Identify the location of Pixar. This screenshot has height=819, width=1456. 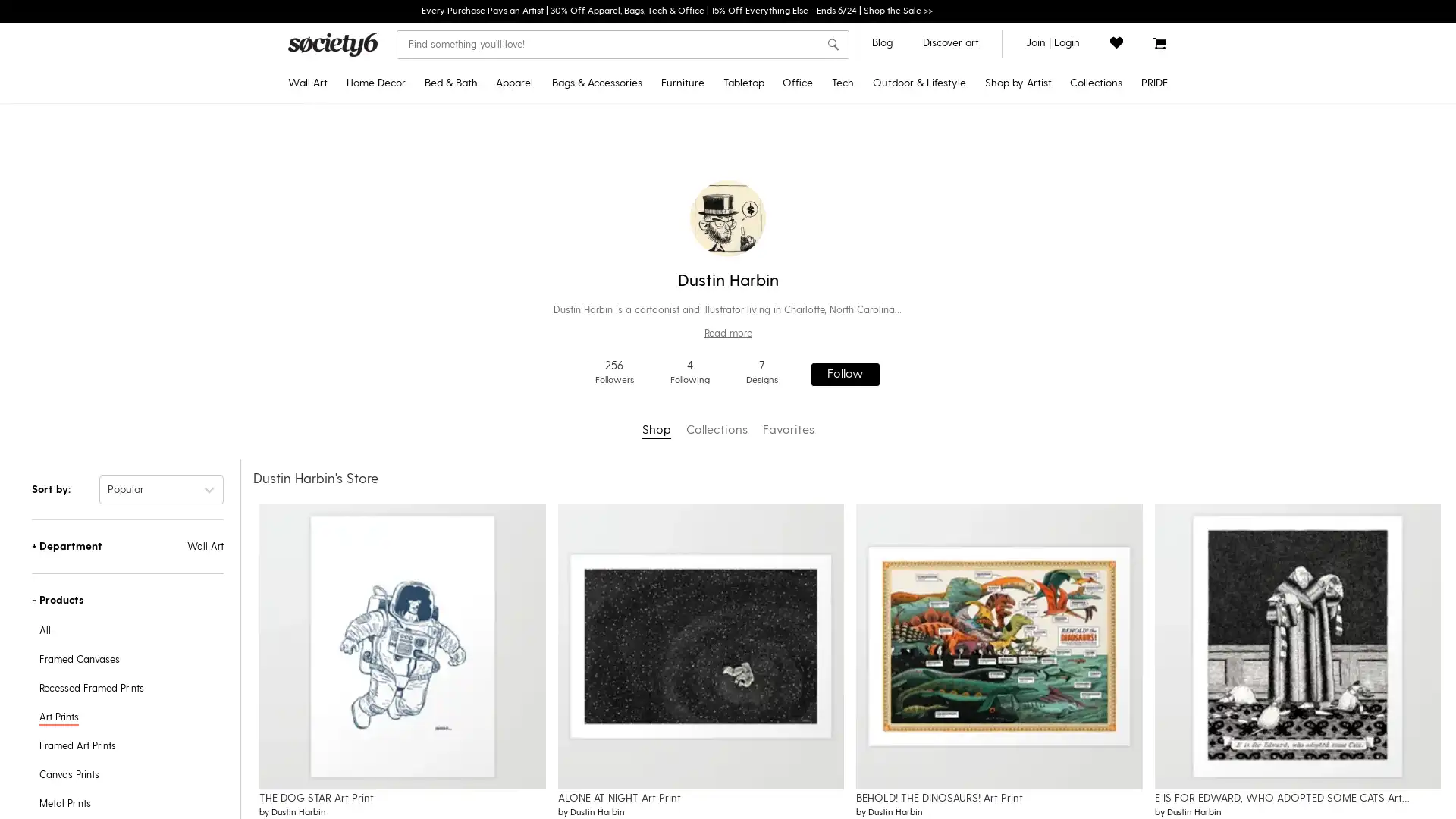
(977, 170).